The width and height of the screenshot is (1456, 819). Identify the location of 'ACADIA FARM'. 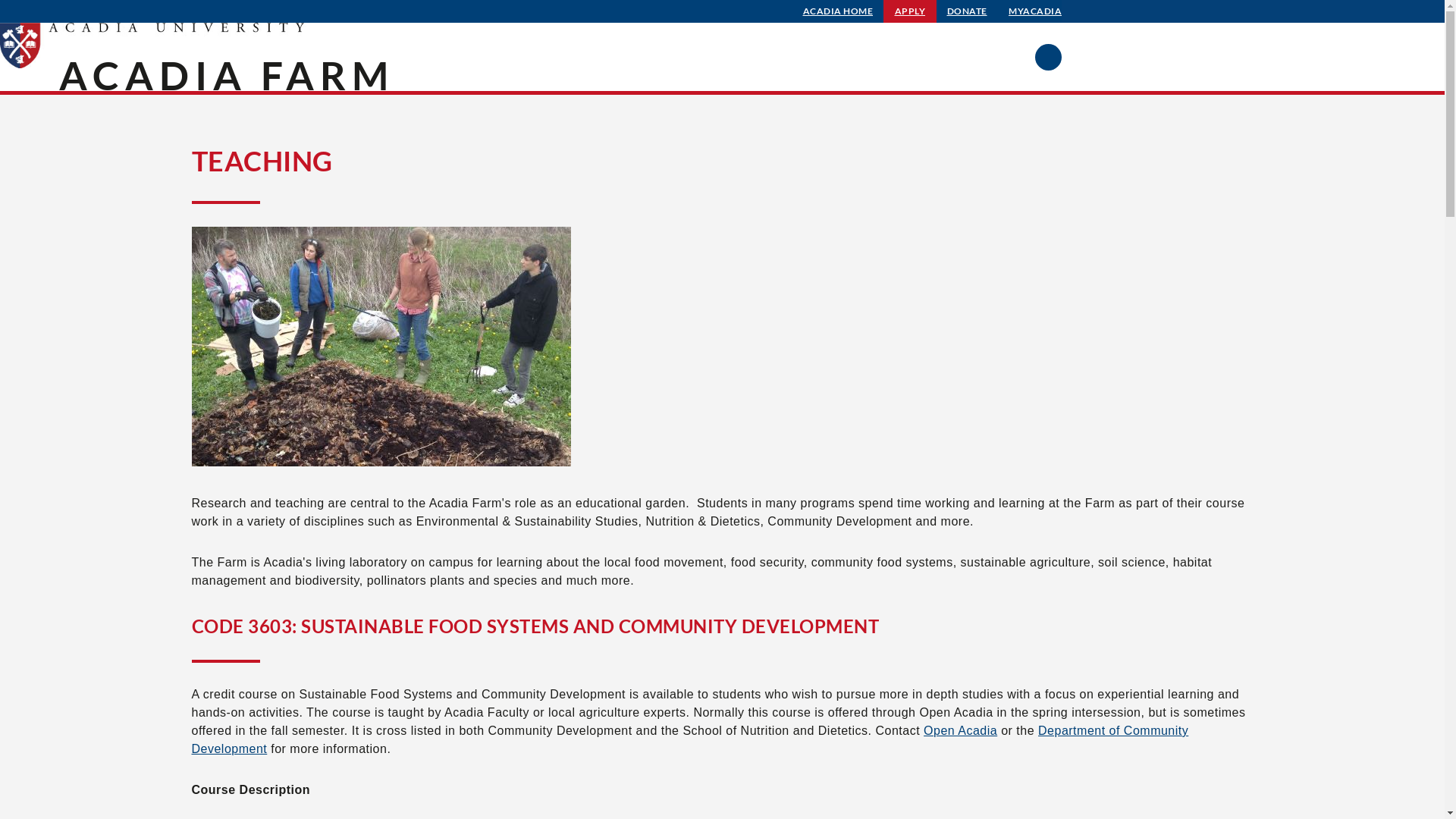
(225, 75).